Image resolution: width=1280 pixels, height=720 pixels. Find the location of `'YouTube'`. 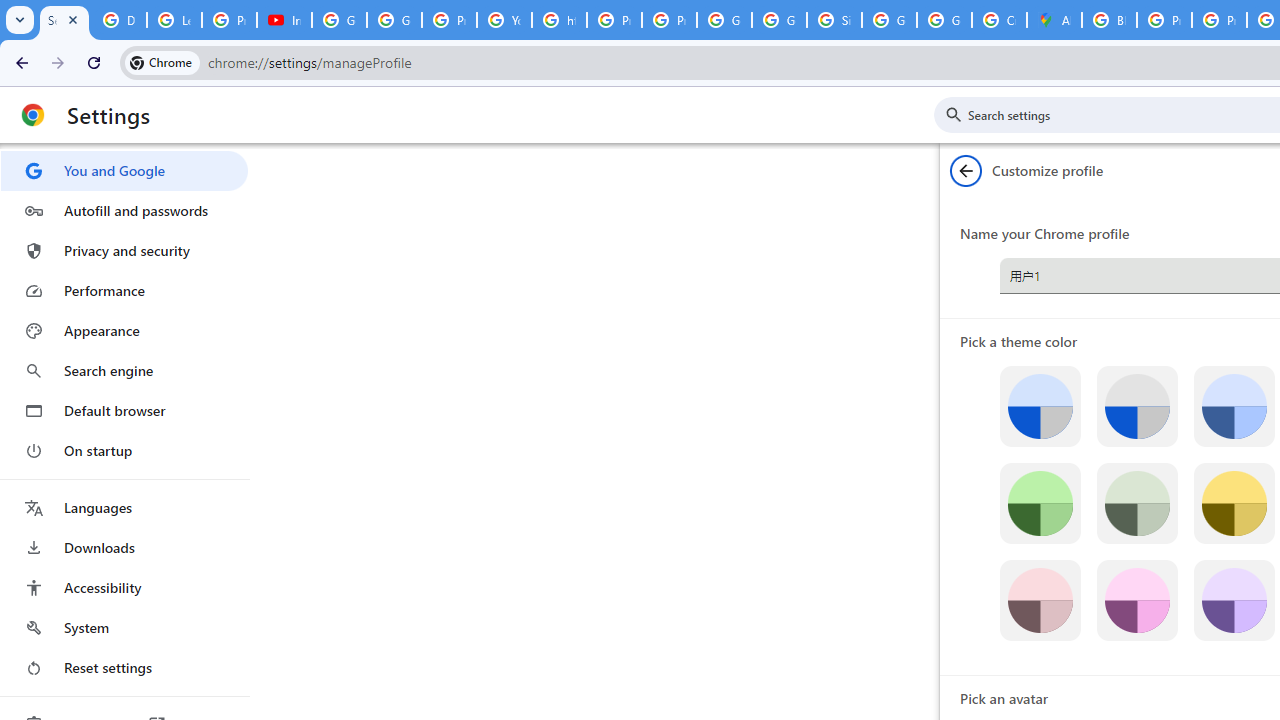

'YouTube' is located at coordinates (504, 20).